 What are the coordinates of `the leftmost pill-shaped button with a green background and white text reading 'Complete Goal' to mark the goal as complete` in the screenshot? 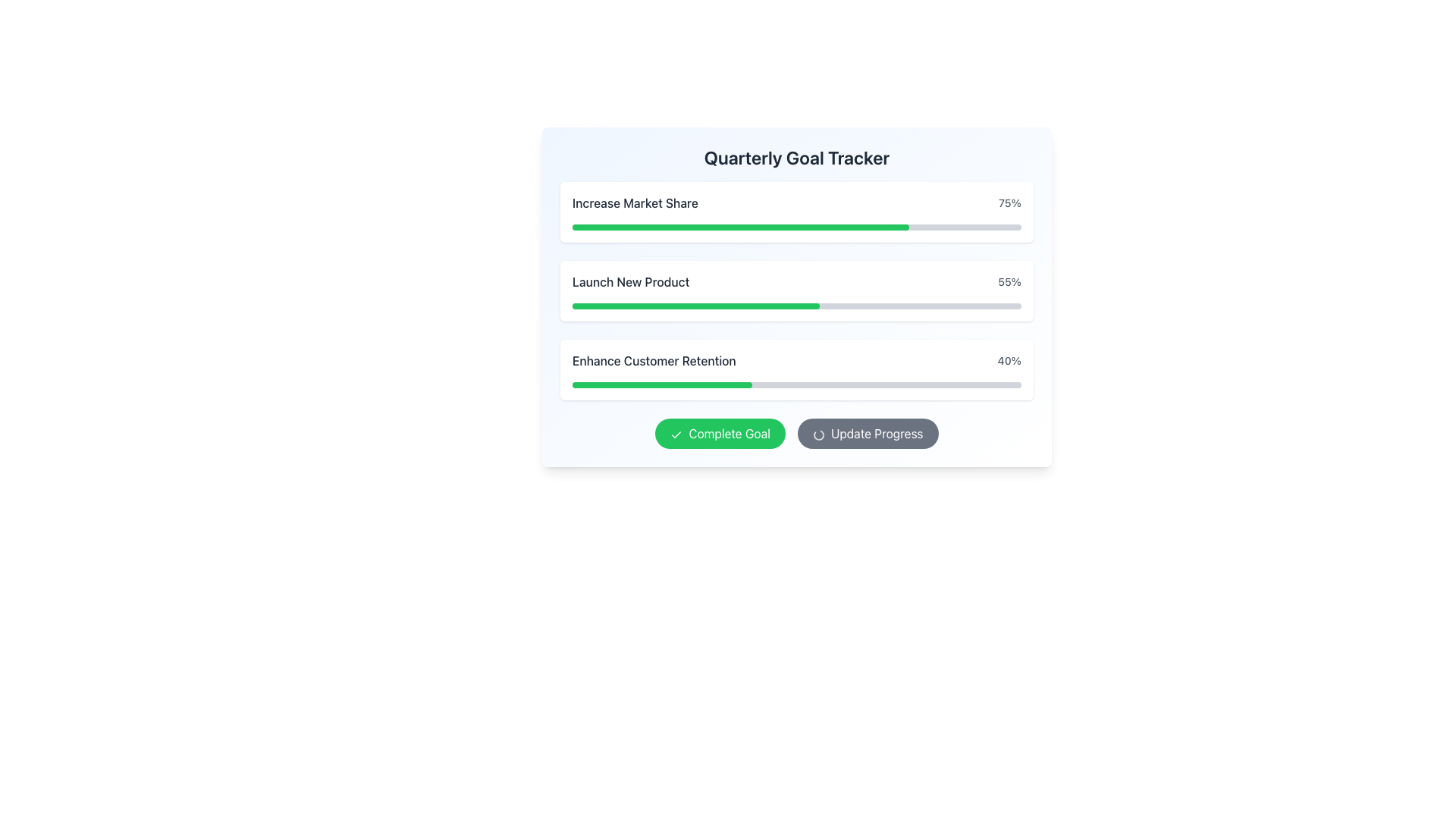 It's located at (720, 433).